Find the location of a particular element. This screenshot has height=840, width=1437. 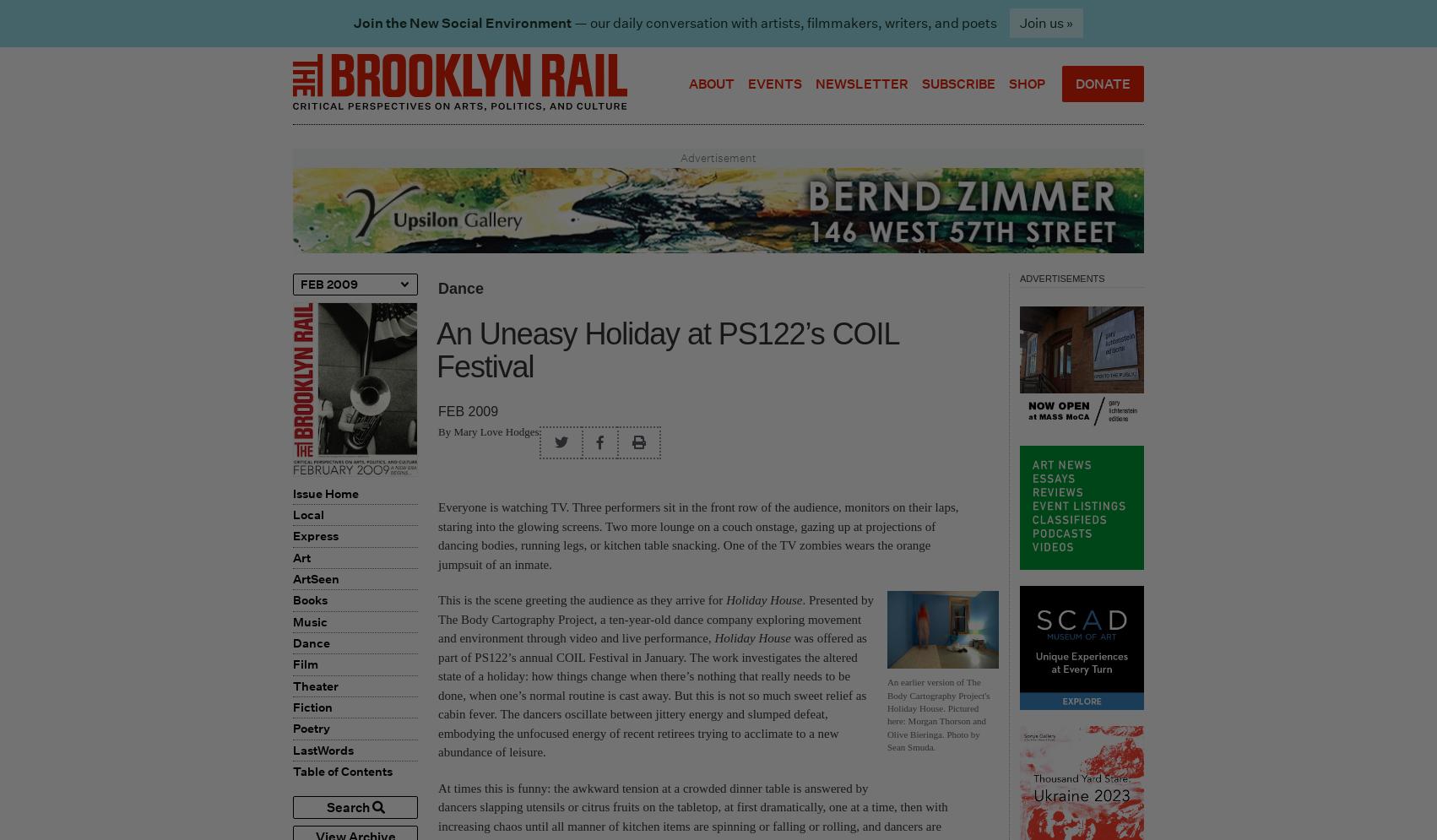

'Subscribe' is located at coordinates (958, 83).